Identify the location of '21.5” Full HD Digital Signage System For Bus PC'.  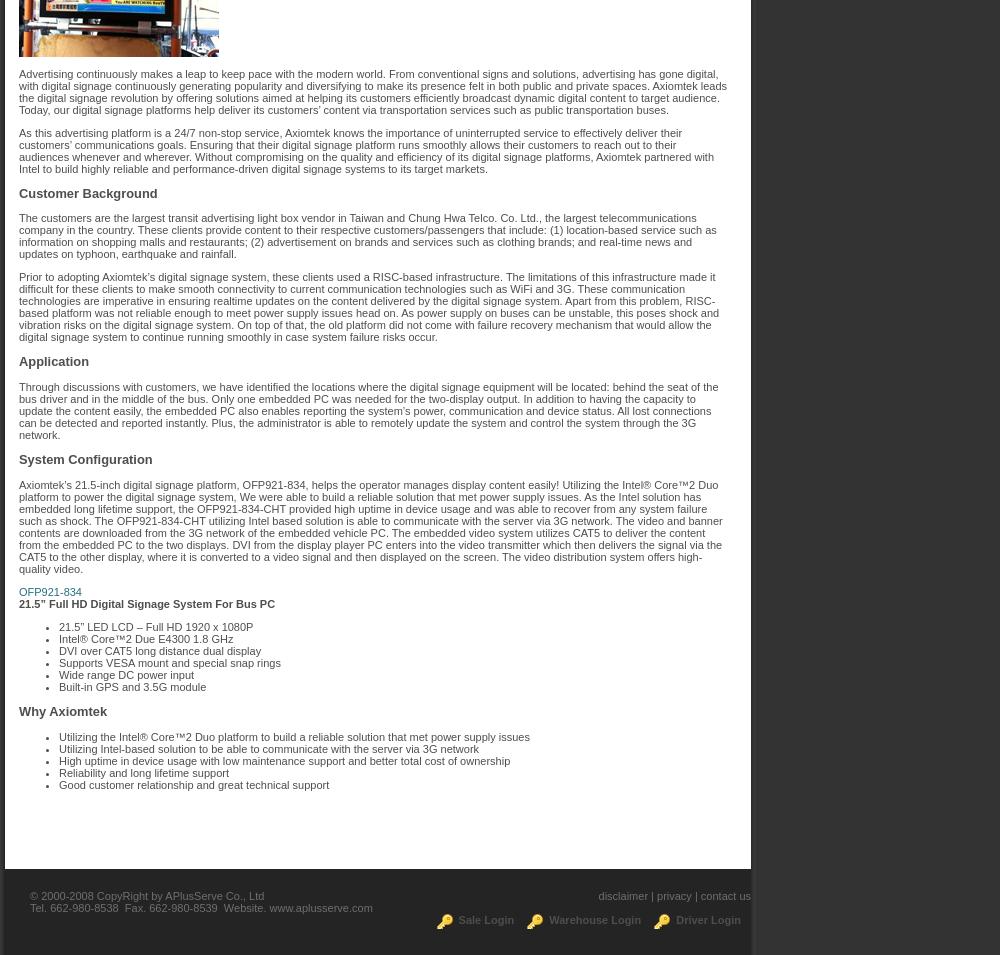
(147, 602).